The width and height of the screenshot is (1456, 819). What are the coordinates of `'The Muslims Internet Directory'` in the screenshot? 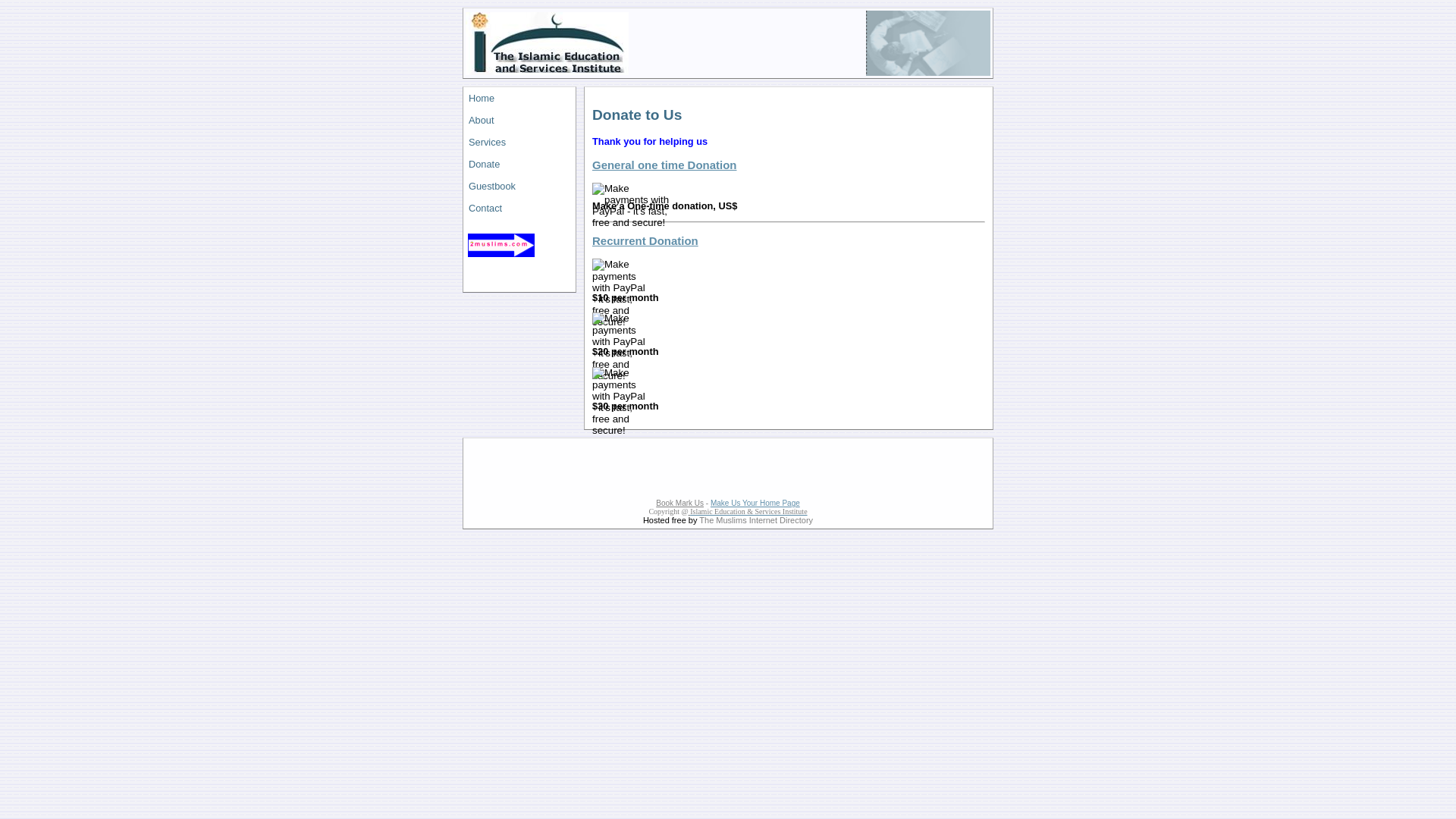 It's located at (756, 519).